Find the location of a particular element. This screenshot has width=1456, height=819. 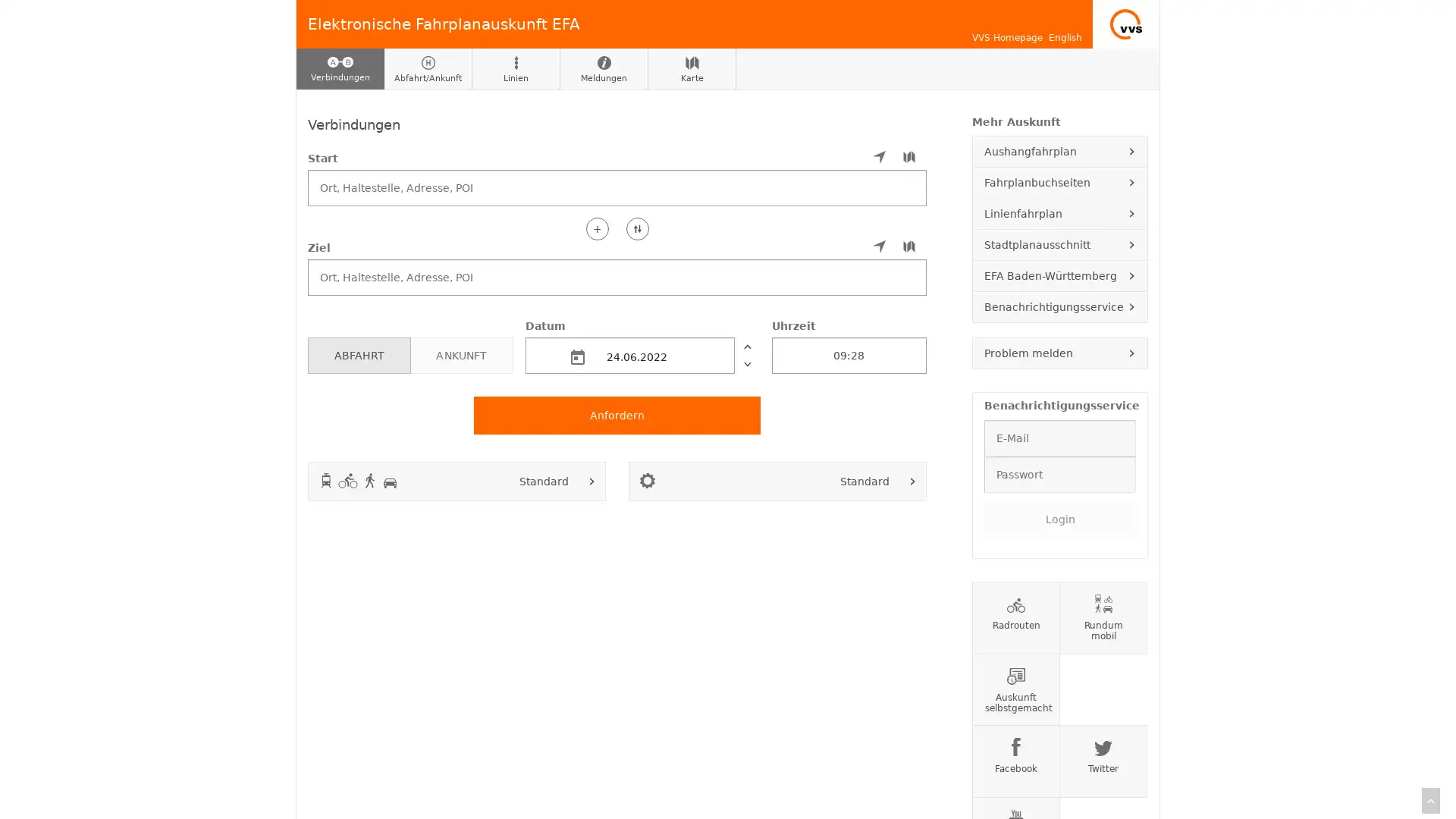

nachher is located at coordinates (746, 363).